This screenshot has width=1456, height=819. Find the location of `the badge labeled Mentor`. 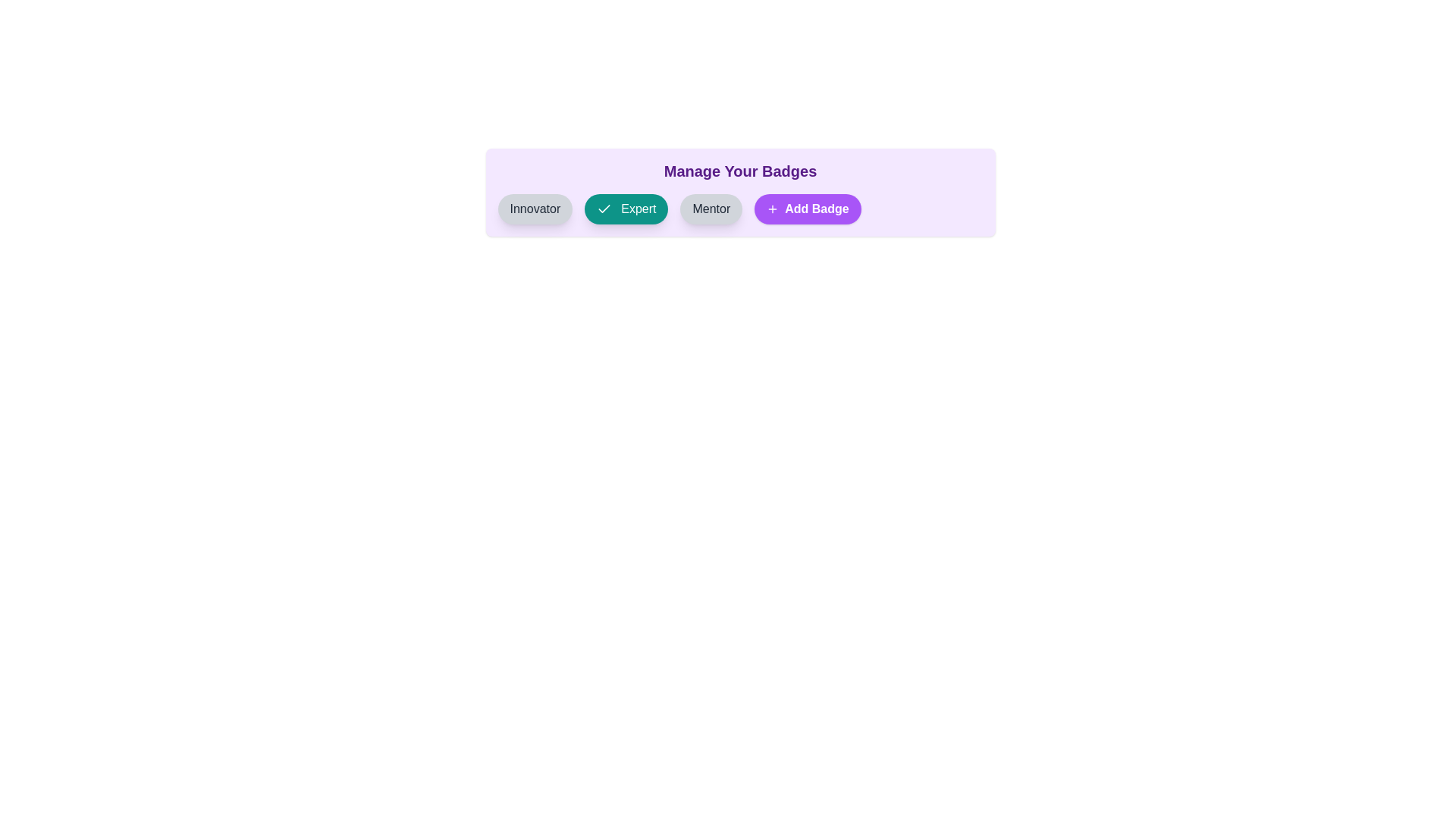

the badge labeled Mentor is located at coordinates (711, 209).